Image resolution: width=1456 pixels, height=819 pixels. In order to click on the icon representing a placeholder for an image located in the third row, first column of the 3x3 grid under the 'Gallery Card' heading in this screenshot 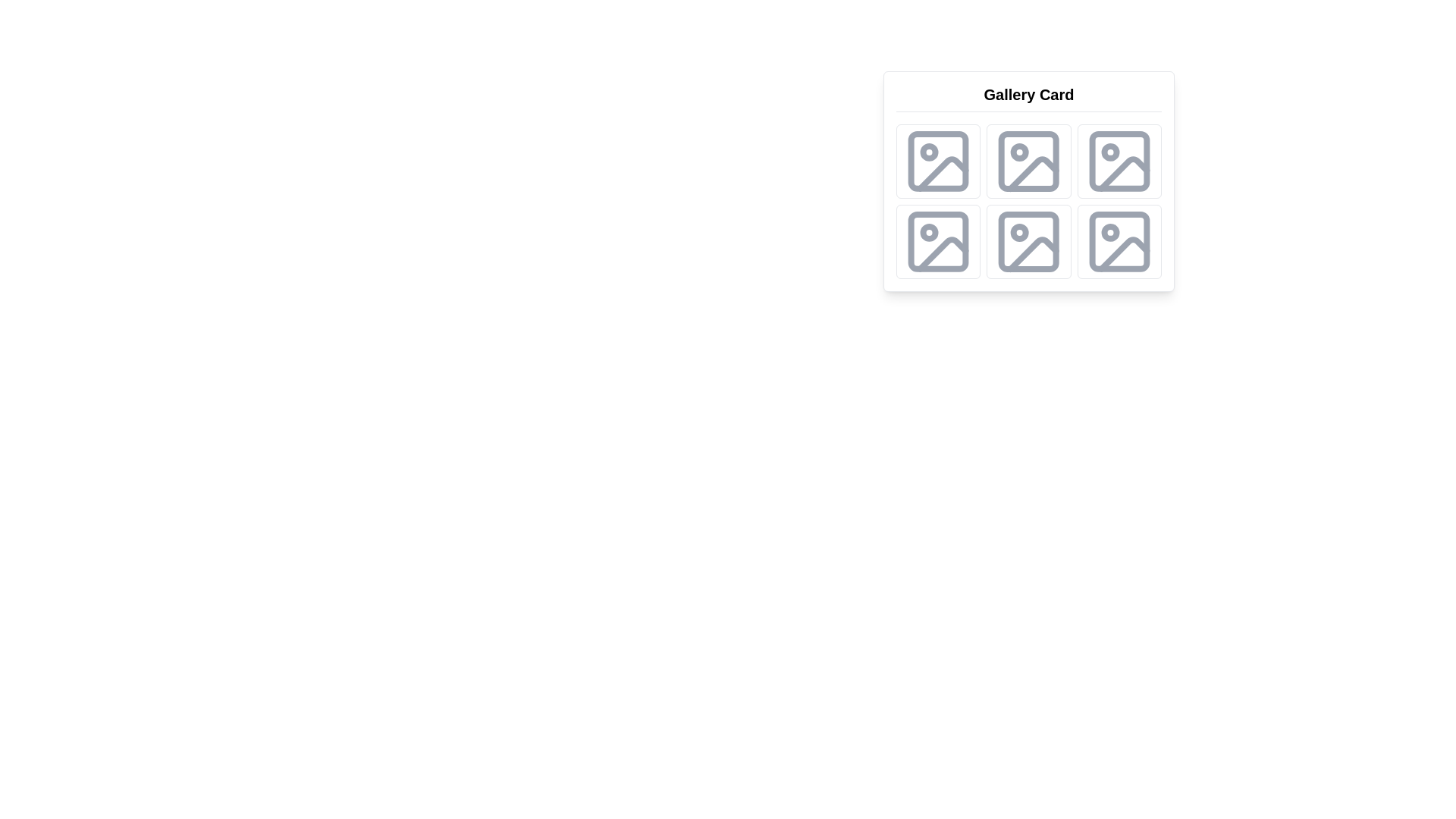, I will do `click(1029, 241)`.